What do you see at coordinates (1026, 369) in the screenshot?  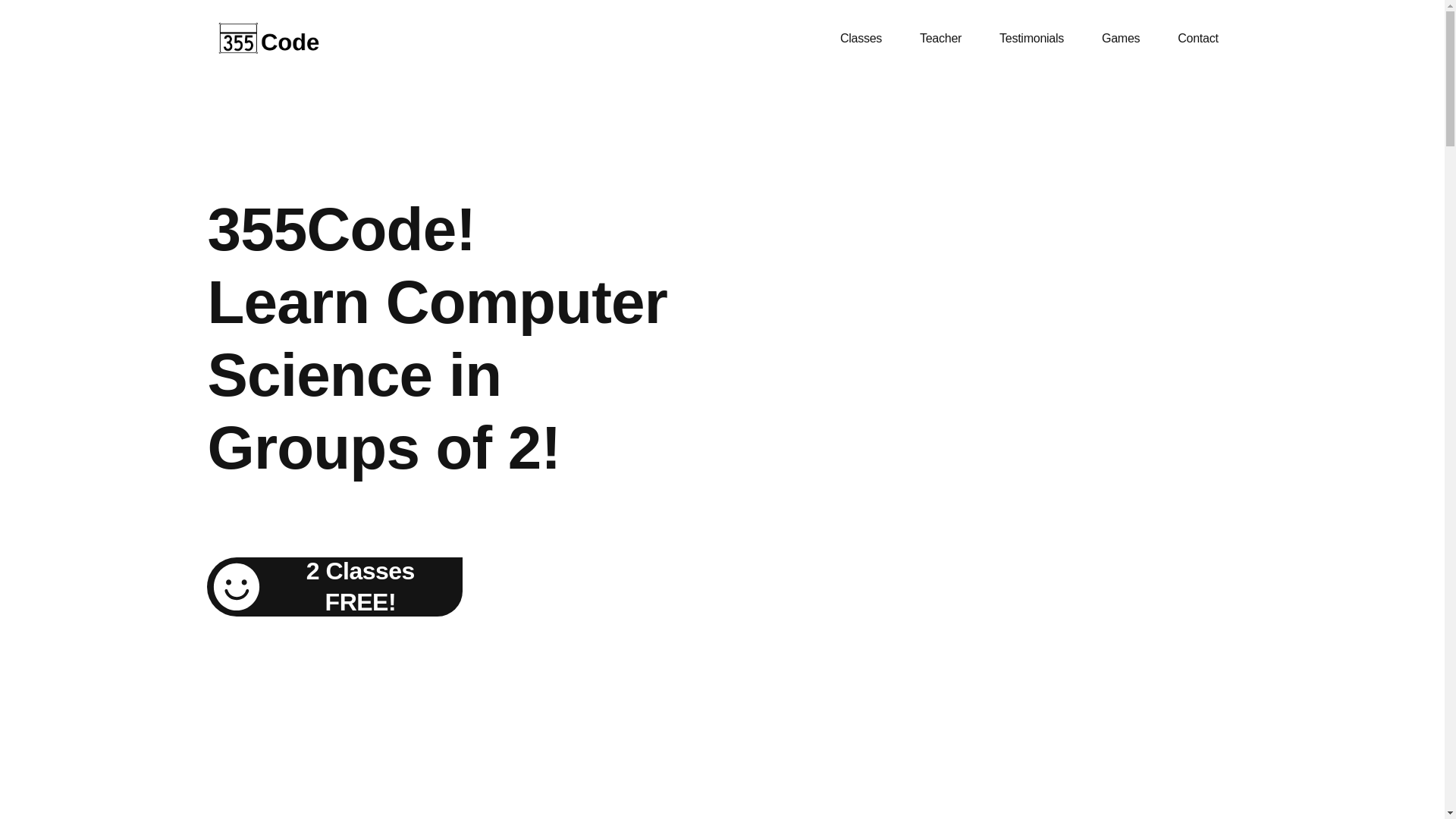 I see `'355Code: Course Introduction!'` at bounding box center [1026, 369].